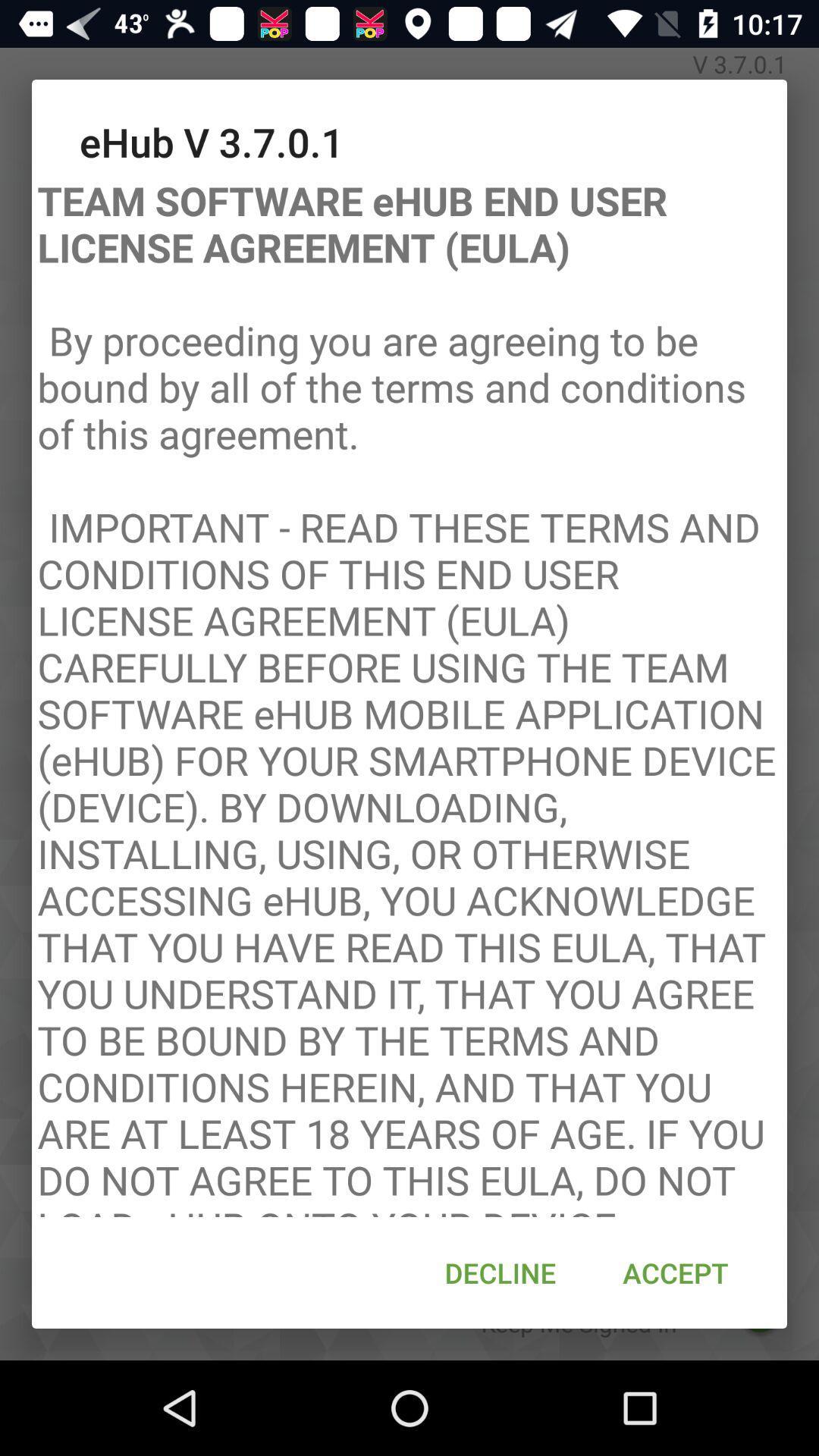  I want to click on the icon next to decline item, so click(675, 1272).